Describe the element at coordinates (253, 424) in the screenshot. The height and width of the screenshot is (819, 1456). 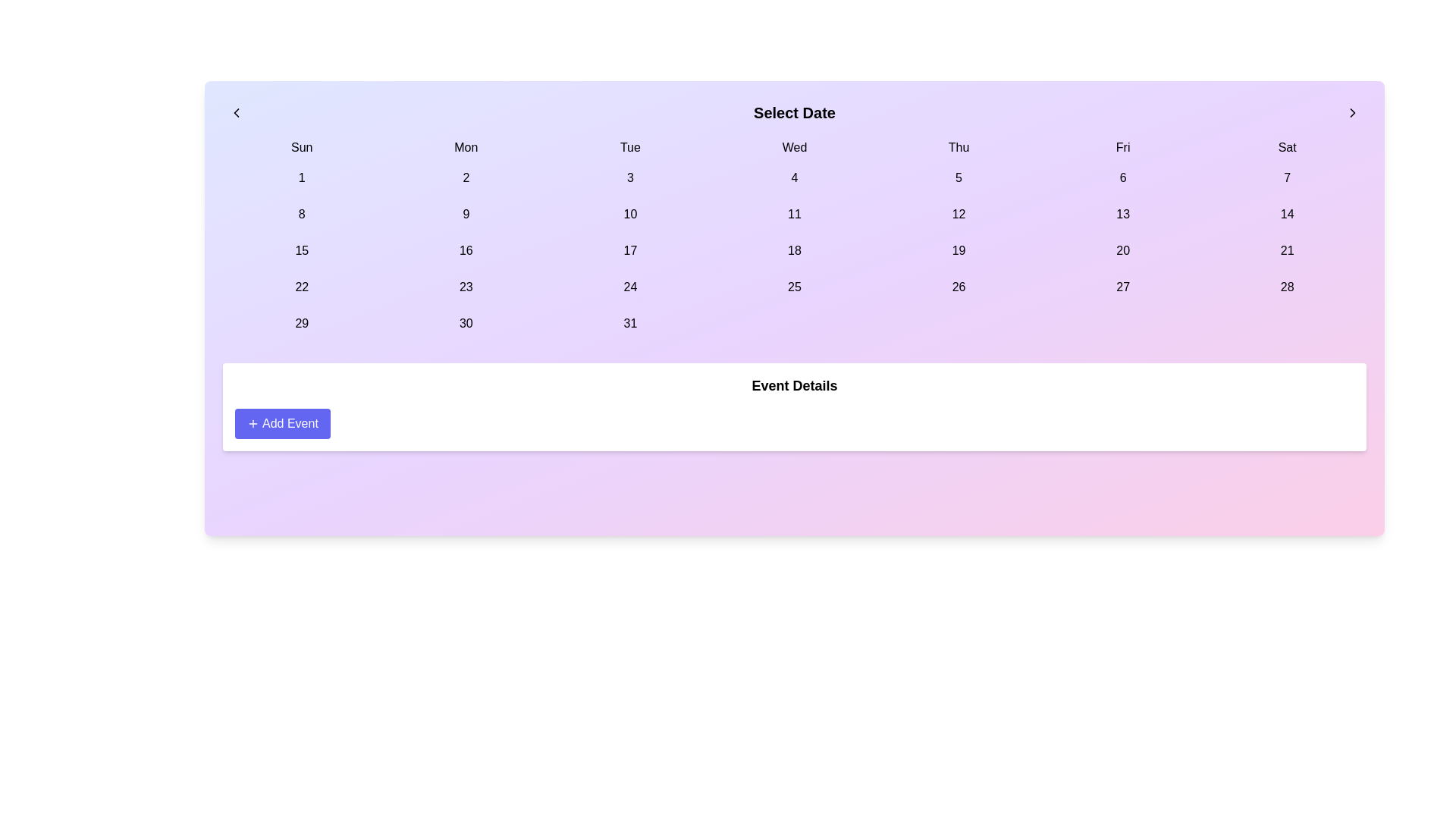
I see `the small circular '+' icon located on the left side of the 'Add Event' button, which is styled to match the blue background of the button` at that location.